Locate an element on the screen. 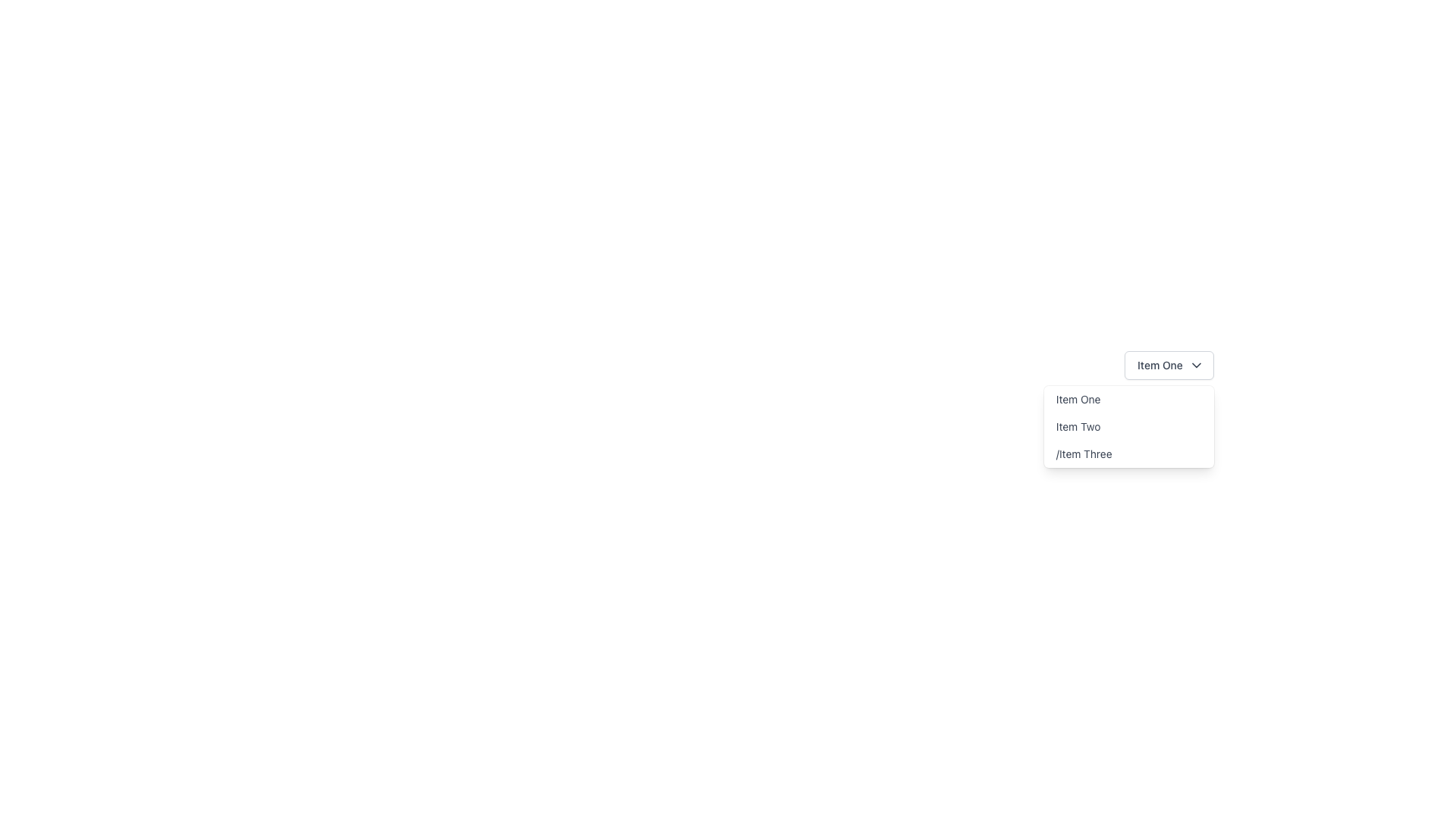 The width and height of the screenshot is (1456, 819). the dropdown button labeled 'Item One' is located at coordinates (1168, 366).